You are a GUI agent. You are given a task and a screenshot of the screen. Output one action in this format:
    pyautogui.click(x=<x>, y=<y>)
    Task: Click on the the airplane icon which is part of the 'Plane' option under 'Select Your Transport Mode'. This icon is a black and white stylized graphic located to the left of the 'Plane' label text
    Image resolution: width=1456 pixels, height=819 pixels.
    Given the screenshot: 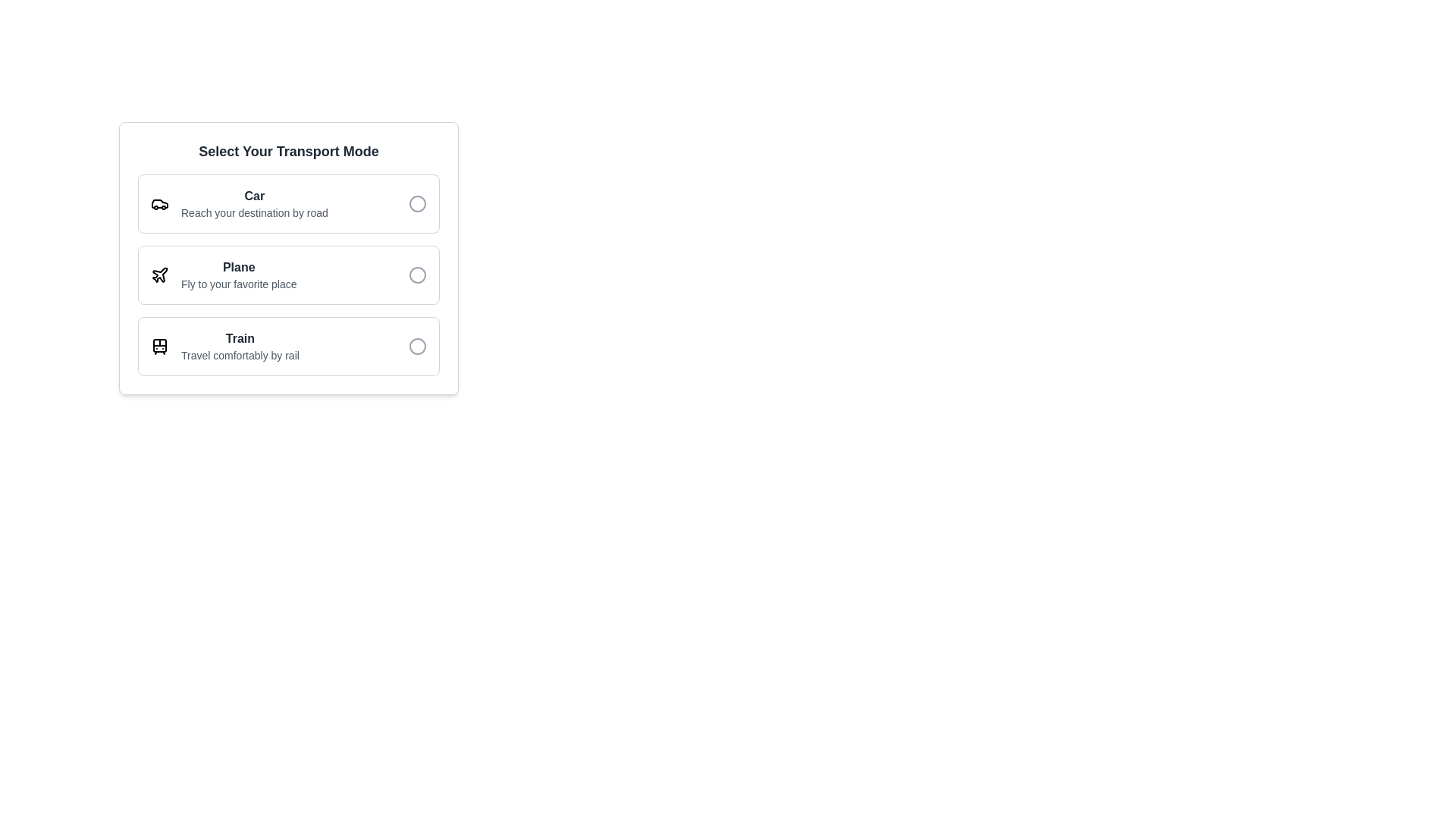 What is the action you would take?
    pyautogui.click(x=160, y=275)
    